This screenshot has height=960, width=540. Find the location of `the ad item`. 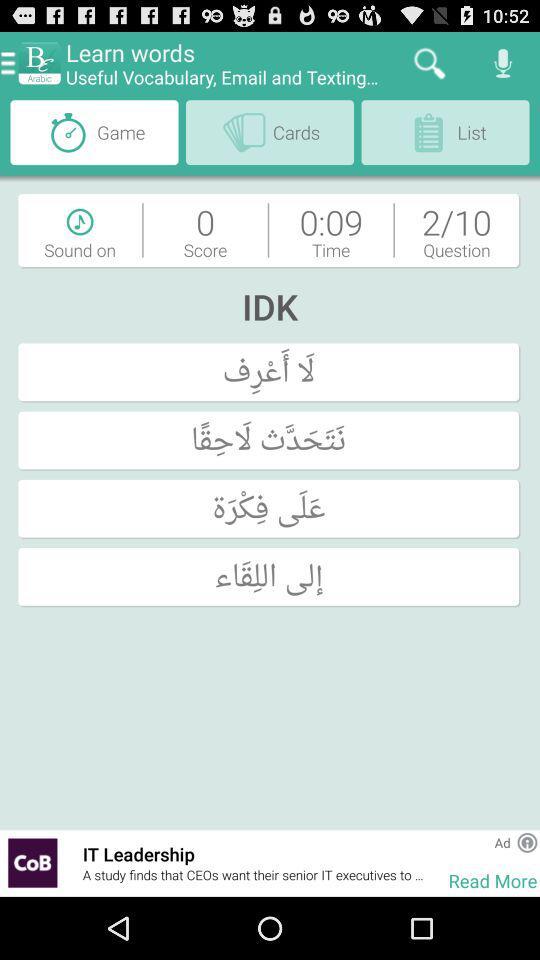

the ad item is located at coordinates (501, 841).